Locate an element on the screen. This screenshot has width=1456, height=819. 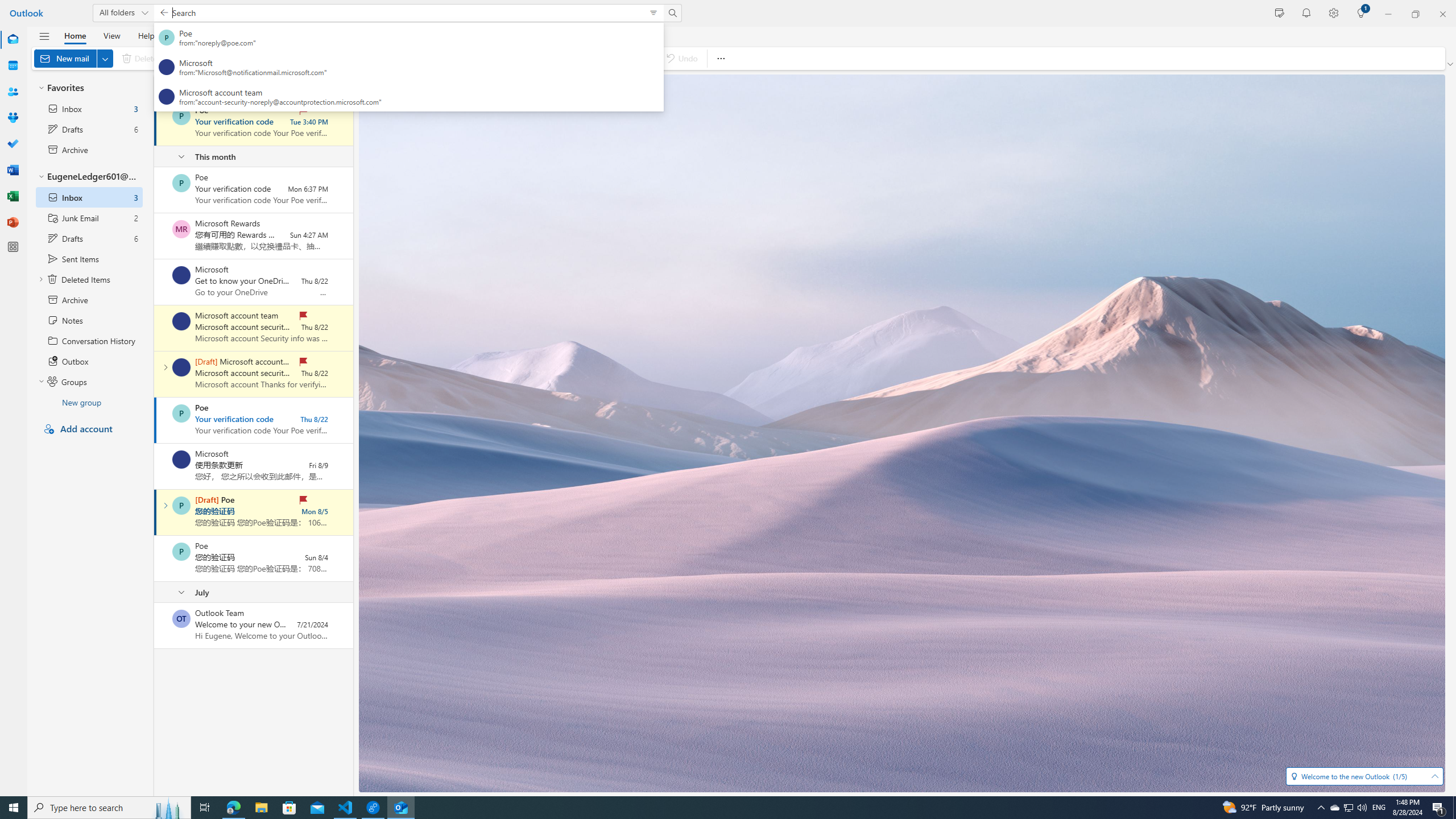
'Mail' is located at coordinates (13, 39).